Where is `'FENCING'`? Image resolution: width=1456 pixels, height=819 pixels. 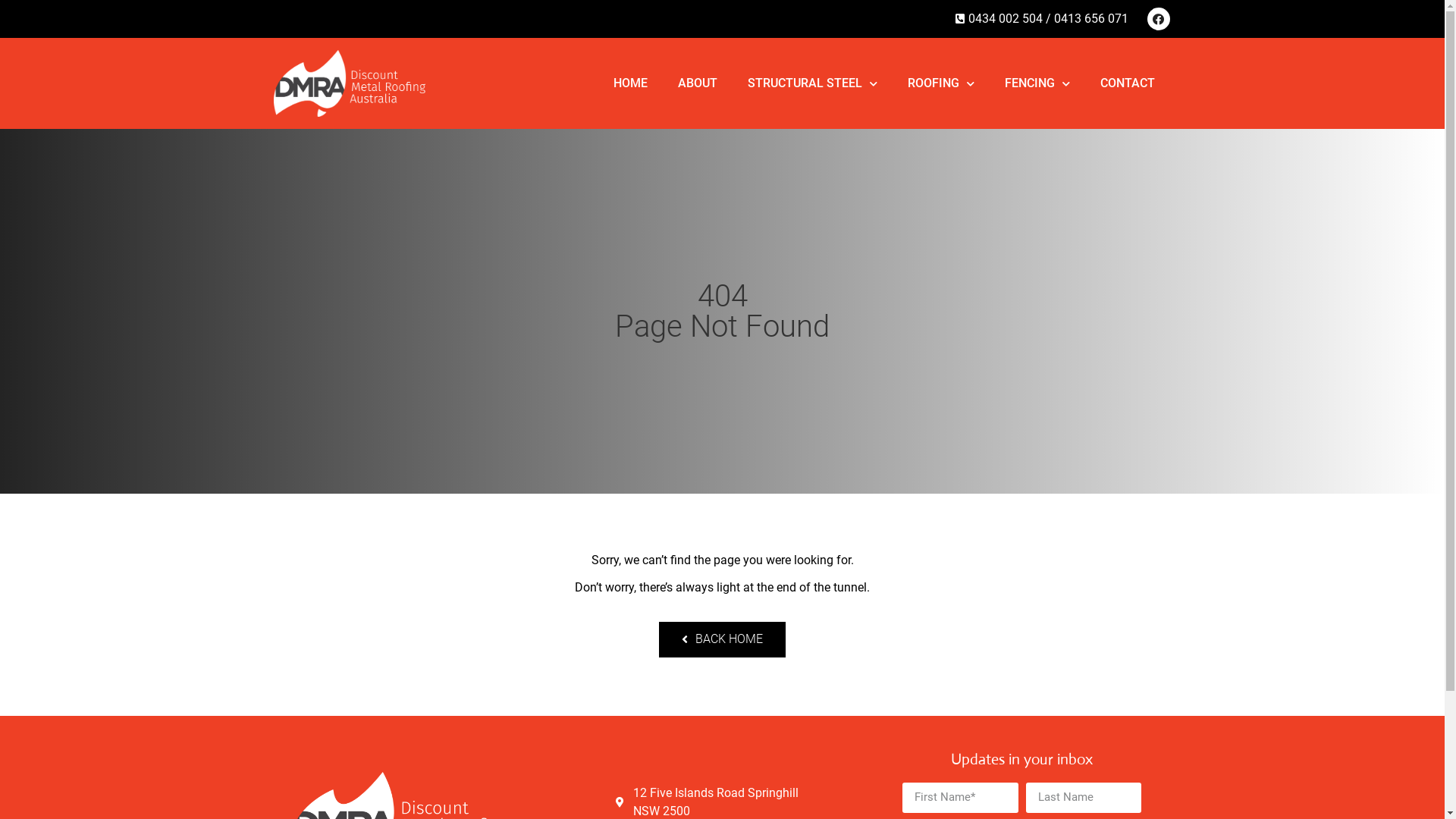
'FENCING' is located at coordinates (989, 83).